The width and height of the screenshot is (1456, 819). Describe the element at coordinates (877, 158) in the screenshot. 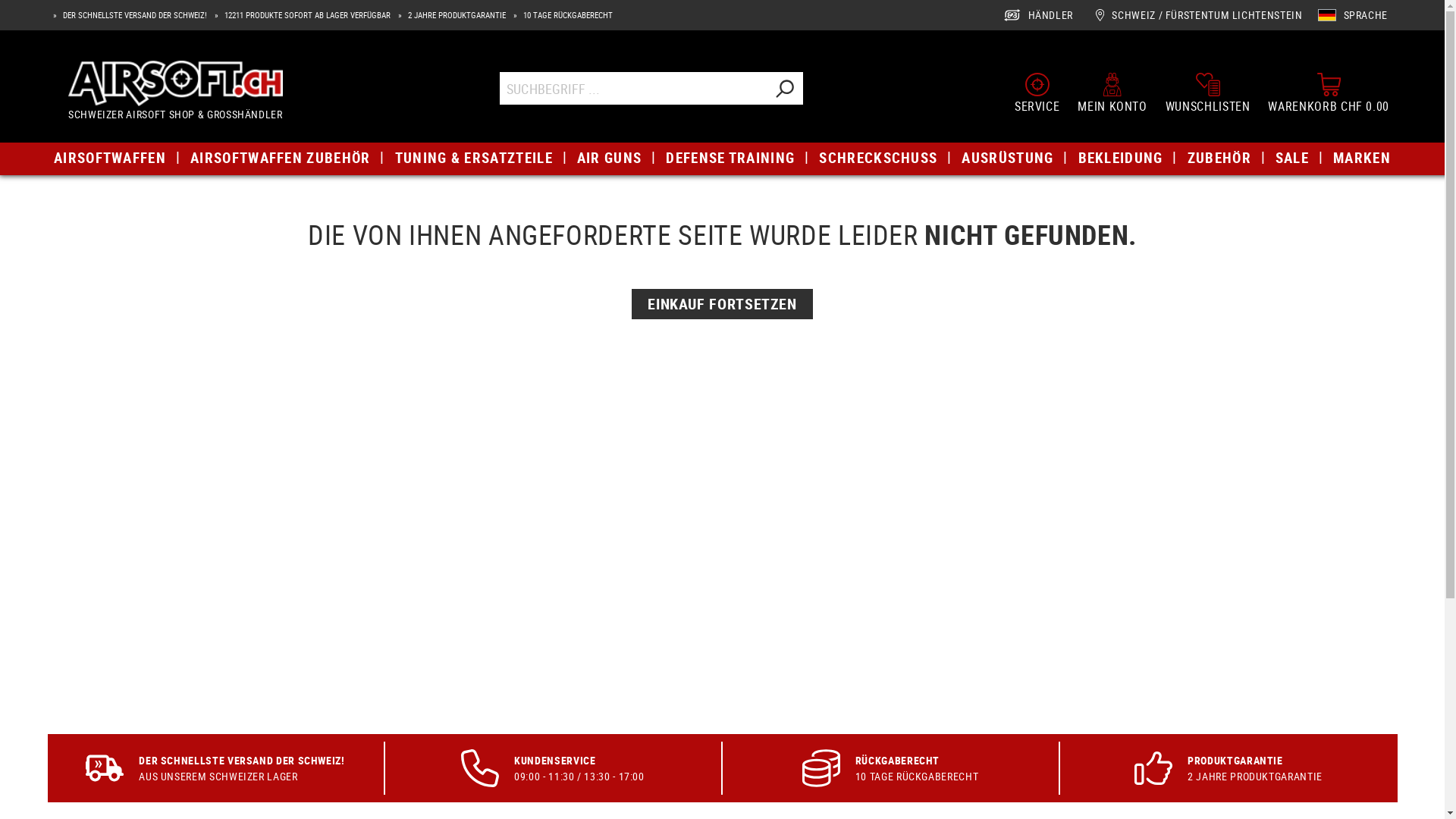

I see `'SCHRECKSCHUSS'` at that location.